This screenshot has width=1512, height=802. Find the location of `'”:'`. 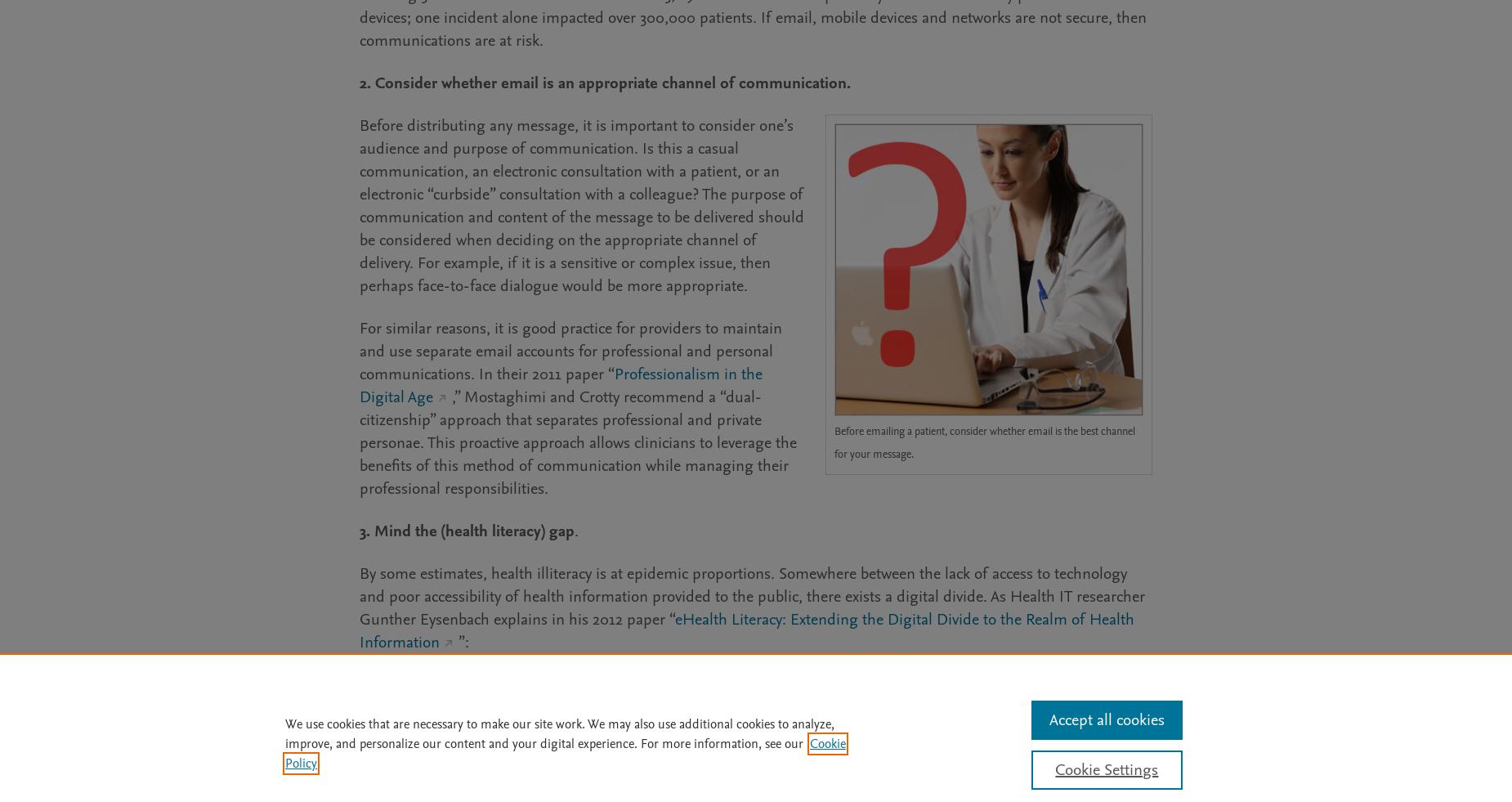

'”:' is located at coordinates (463, 641).